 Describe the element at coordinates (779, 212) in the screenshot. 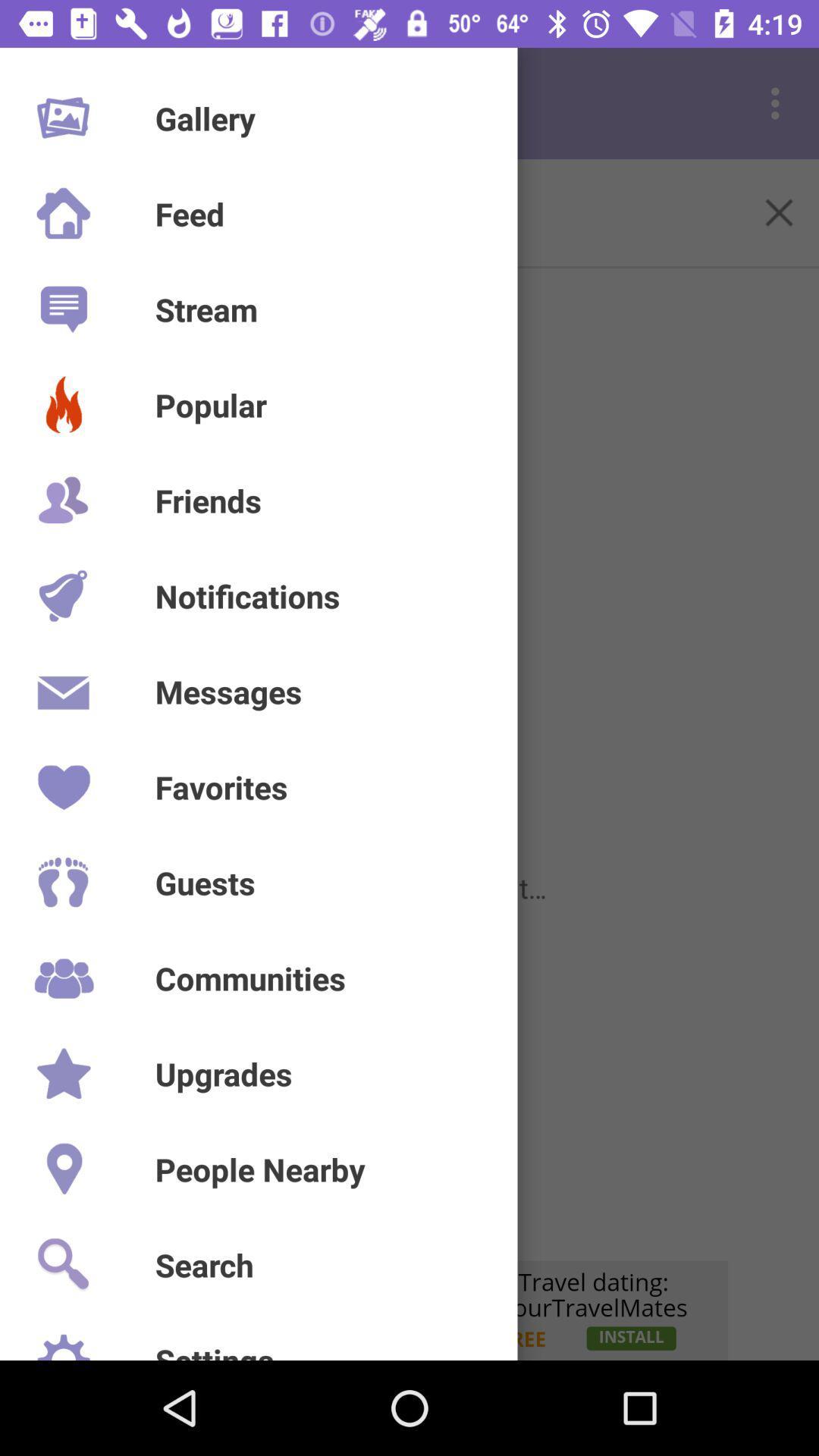

I see `the close icon` at that location.